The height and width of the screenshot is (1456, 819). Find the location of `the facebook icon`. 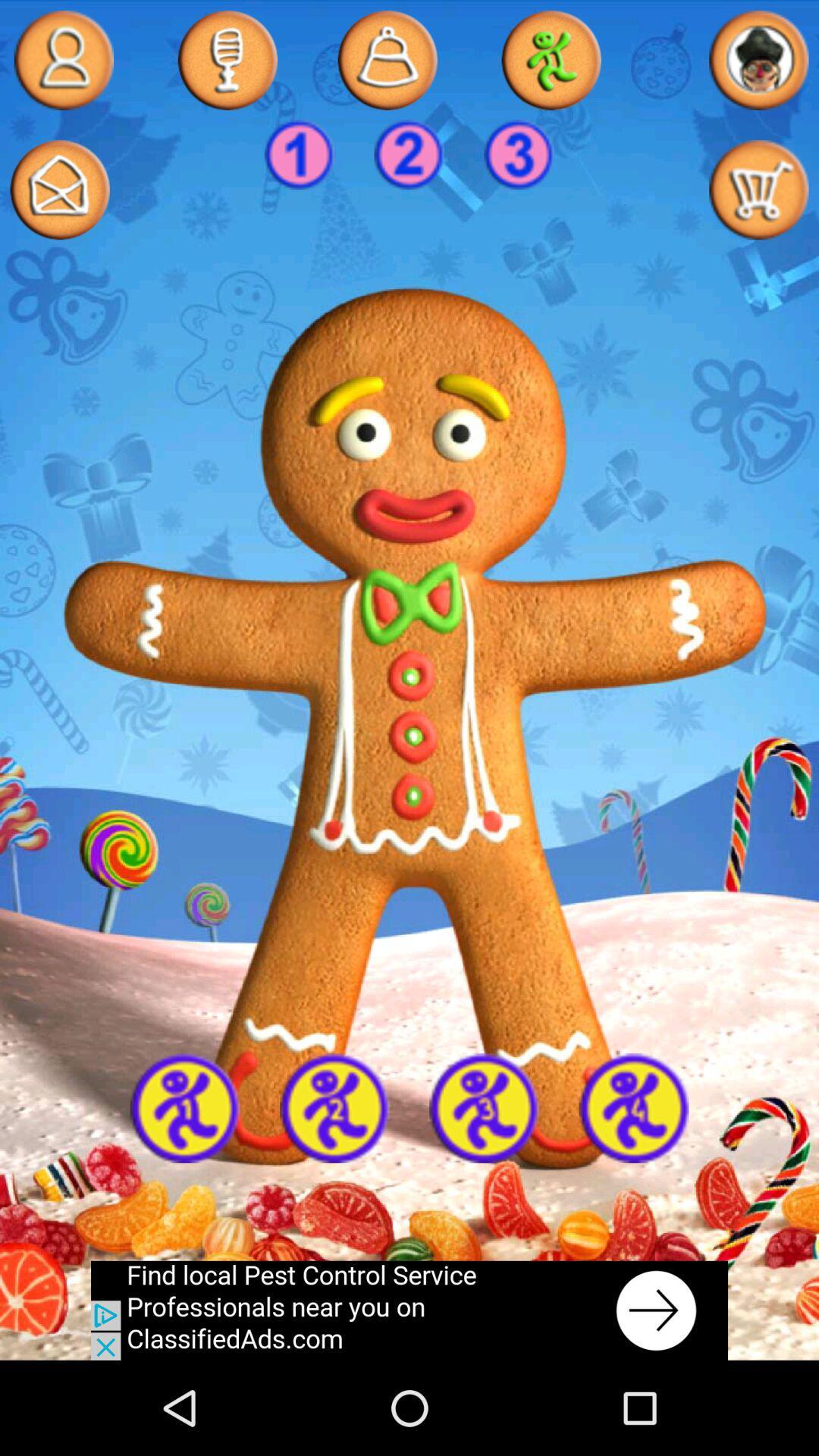

the facebook icon is located at coordinates (299, 165).